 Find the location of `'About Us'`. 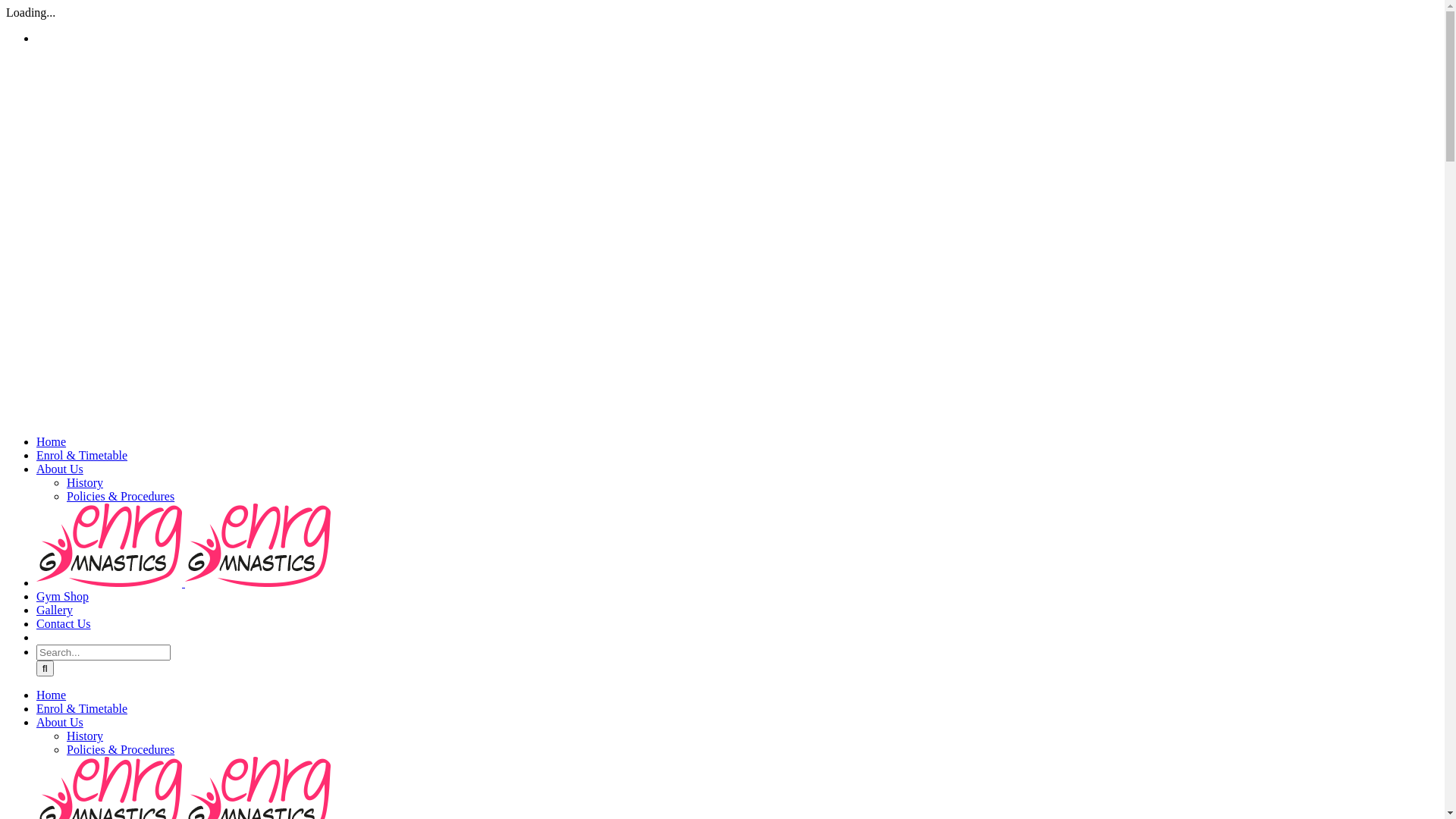

'About Us' is located at coordinates (36, 468).